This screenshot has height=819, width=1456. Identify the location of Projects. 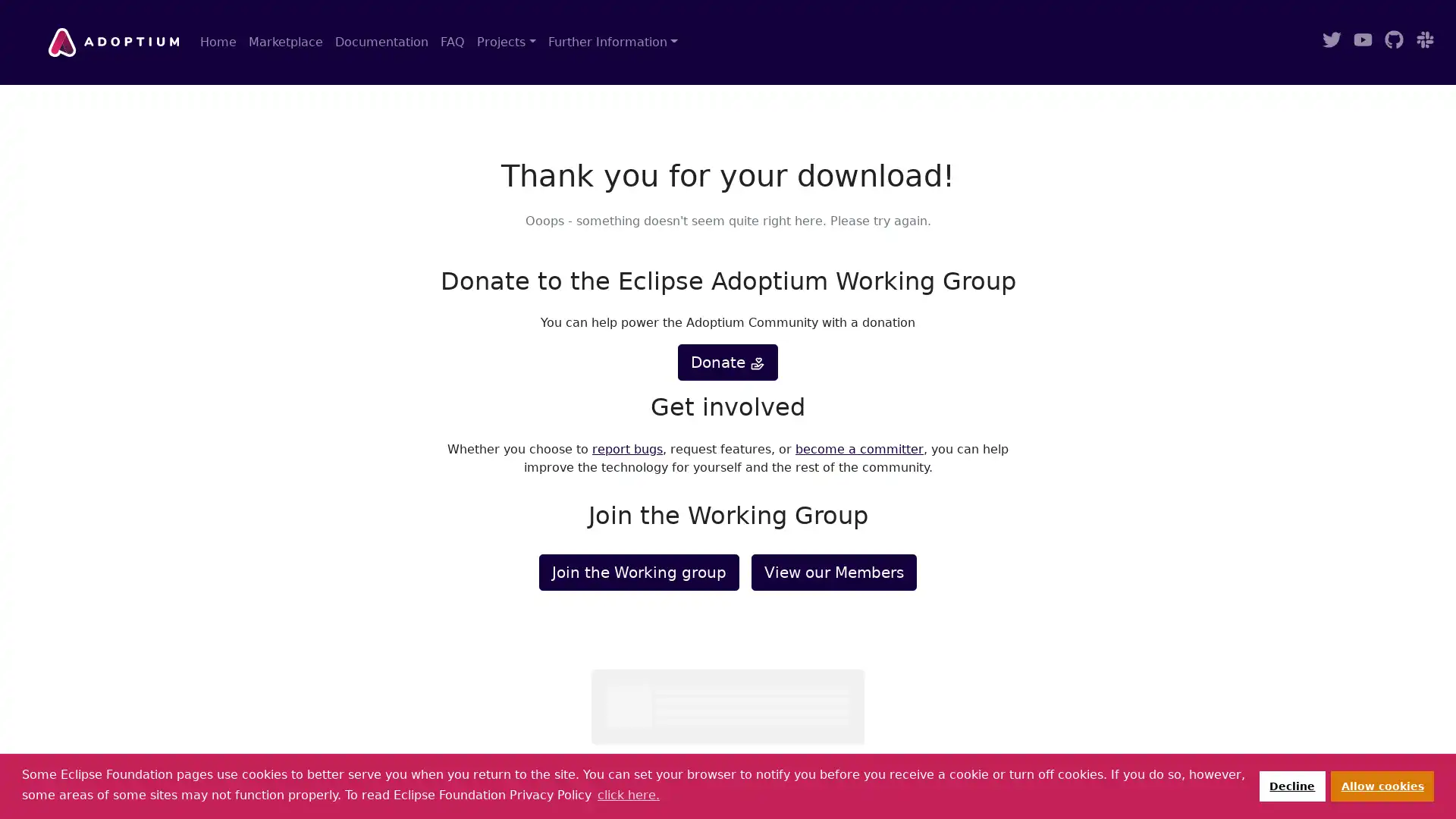
(506, 42).